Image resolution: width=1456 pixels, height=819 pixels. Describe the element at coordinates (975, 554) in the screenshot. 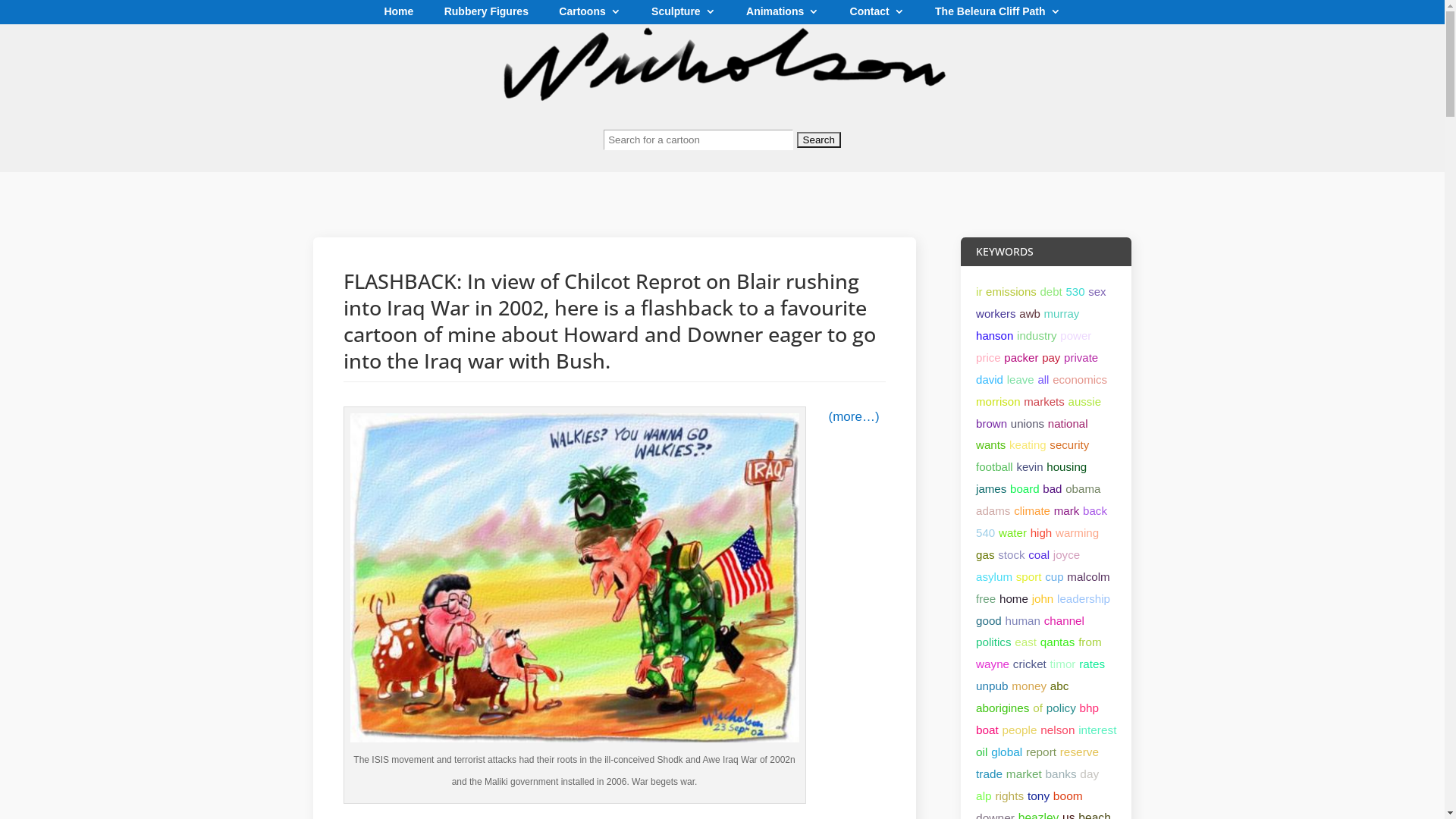

I see `'gas'` at that location.